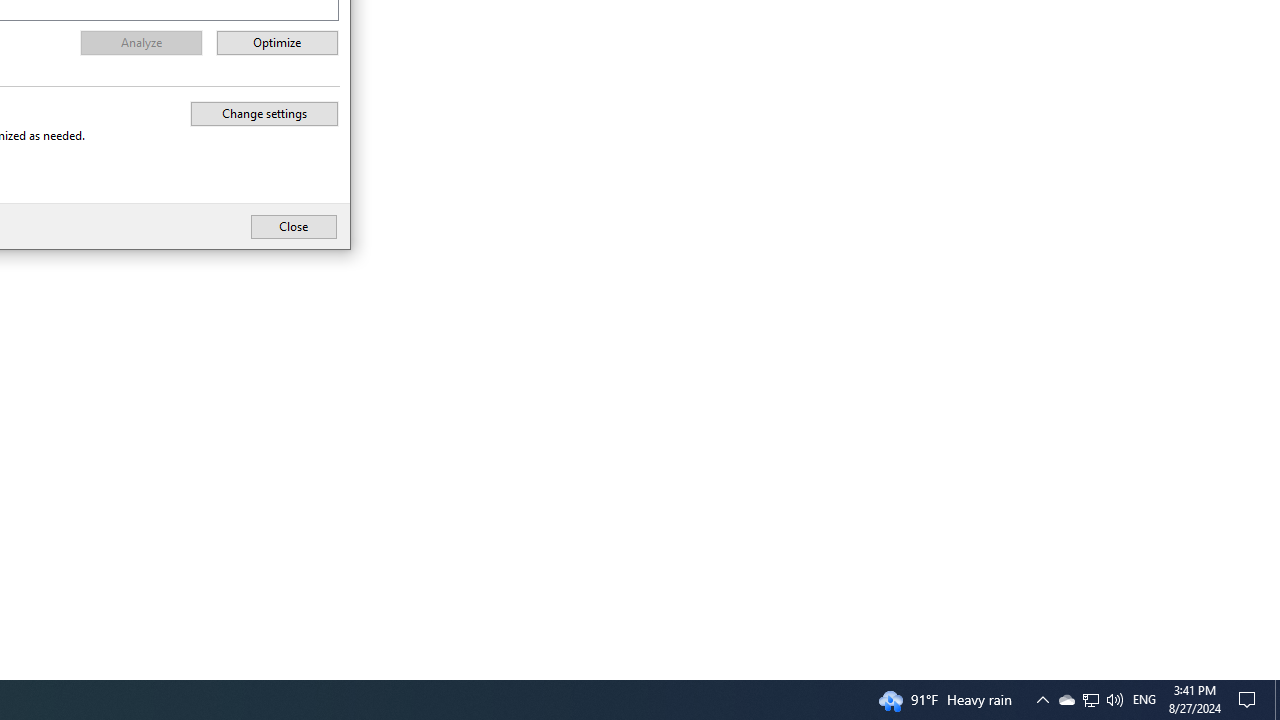 This screenshot has height=720, width=1280. What do you see at coordinates (292, 225) in the screenshot?
I see `'Close'` at bounding box center [292, 225].